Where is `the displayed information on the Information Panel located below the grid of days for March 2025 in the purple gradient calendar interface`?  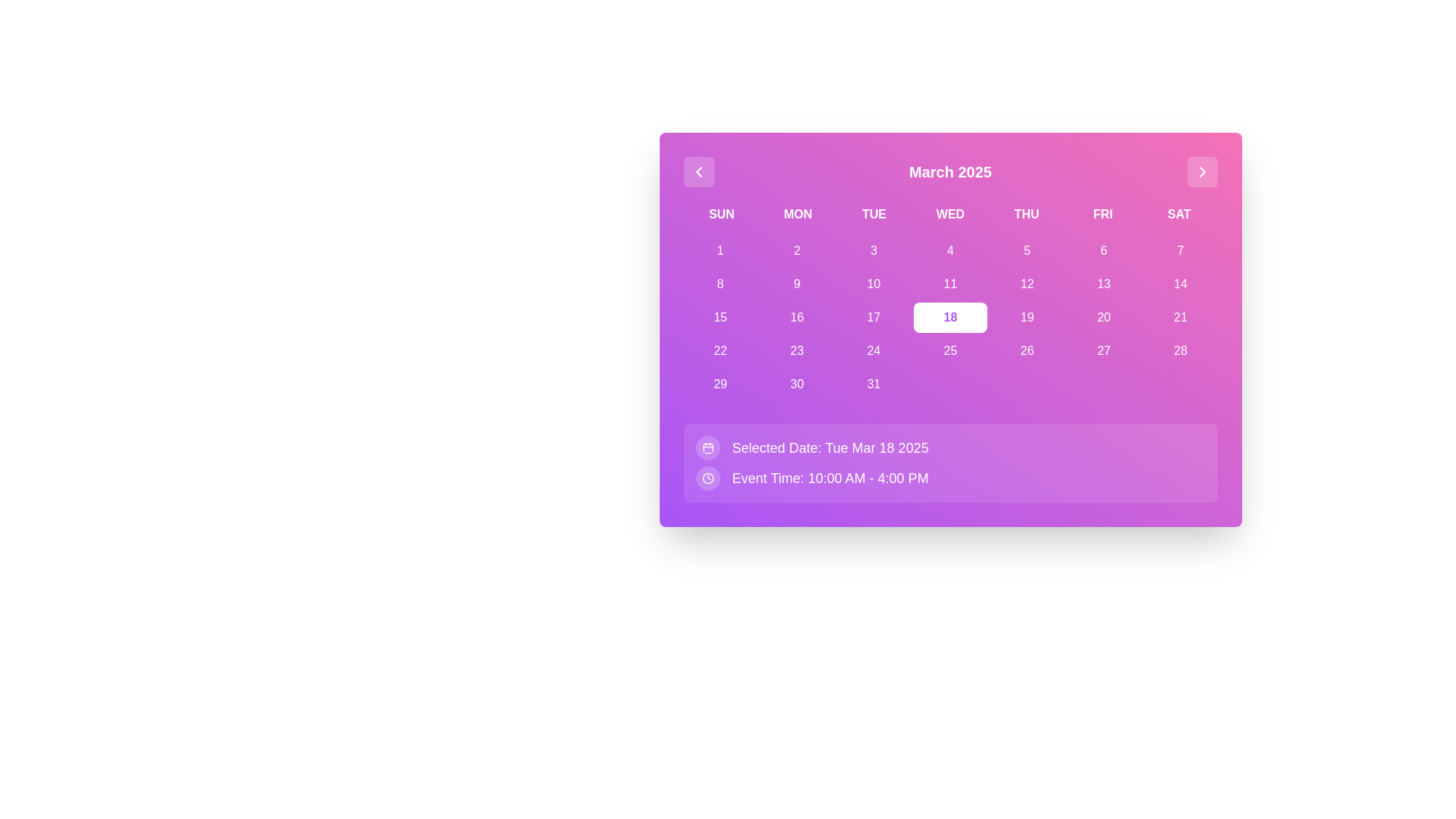
the displayed information on the Information Panel located below the grid of days for March 2025 in the purple gradient calendar interface is located at coordinates (949, 462).